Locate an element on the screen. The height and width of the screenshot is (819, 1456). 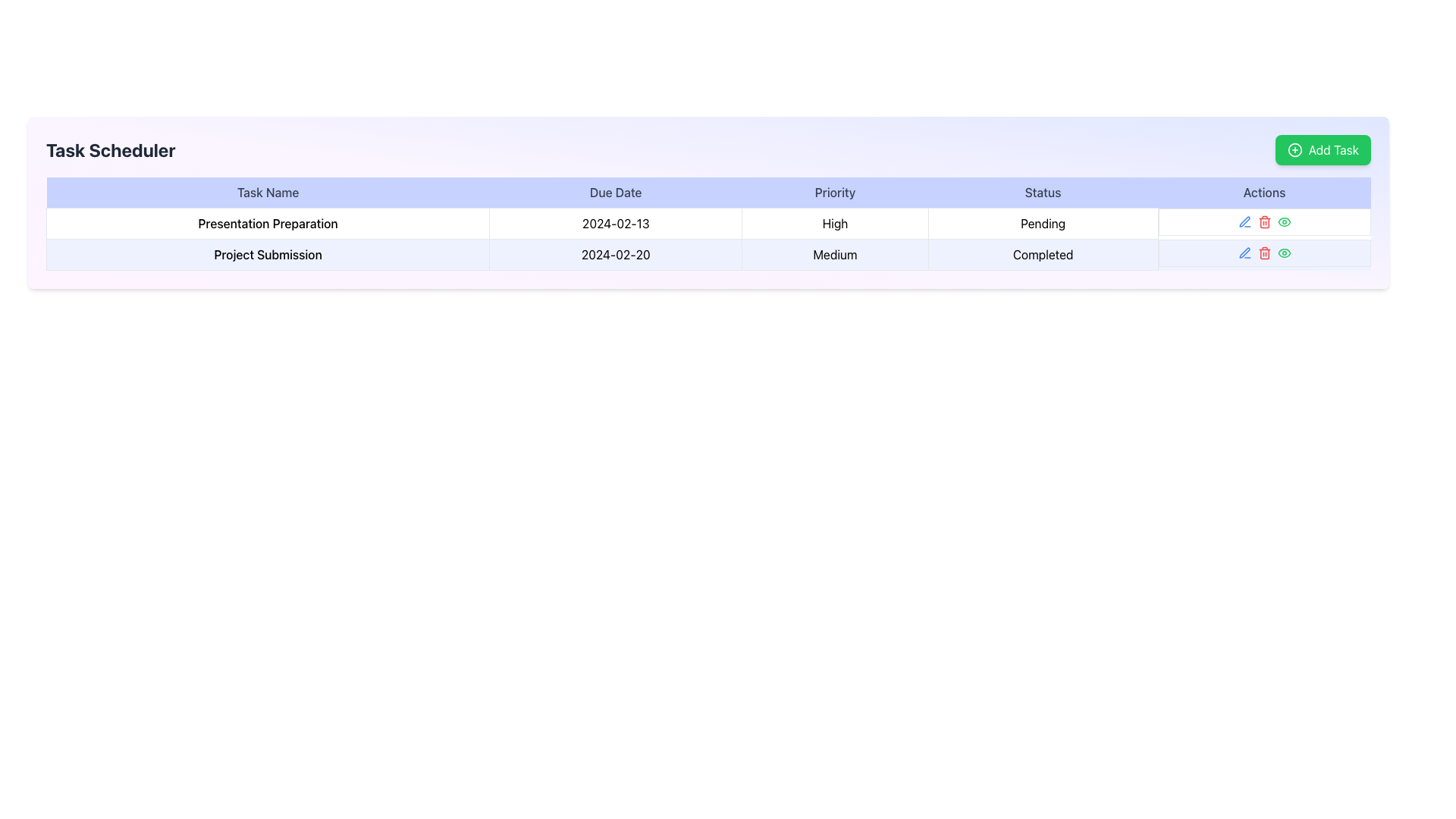
the static text label that serves as the section title, named 'Task Scheduler', located on the leftmost side of its horizontal layout is located at coordinates (110, 149).